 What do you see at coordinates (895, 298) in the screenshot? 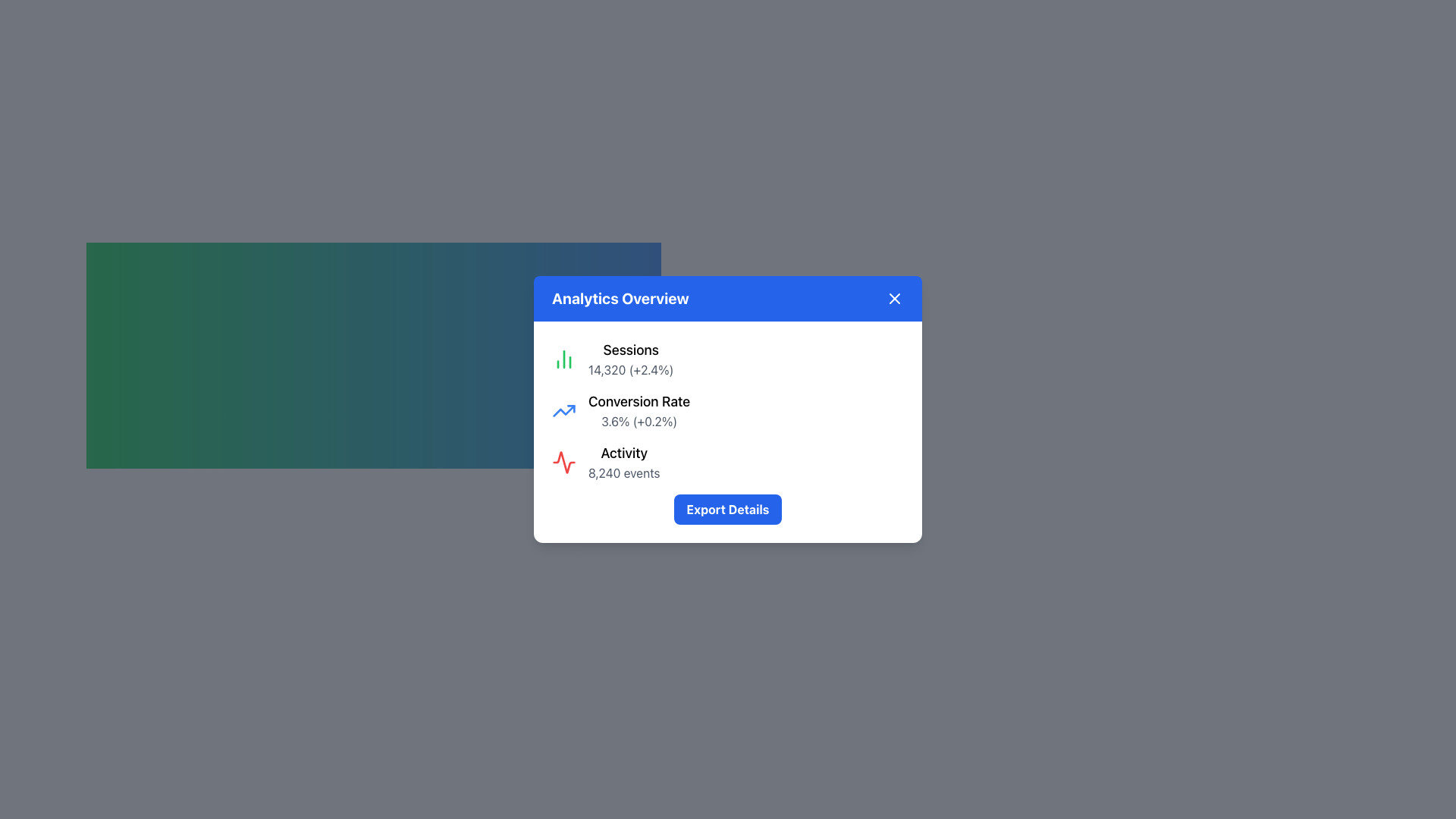
I see `the small square button with a blue background and an 'X' icon, located at the top-right corner of the 'Analytics Overview' panel heading` at bounding box center [895, 298].